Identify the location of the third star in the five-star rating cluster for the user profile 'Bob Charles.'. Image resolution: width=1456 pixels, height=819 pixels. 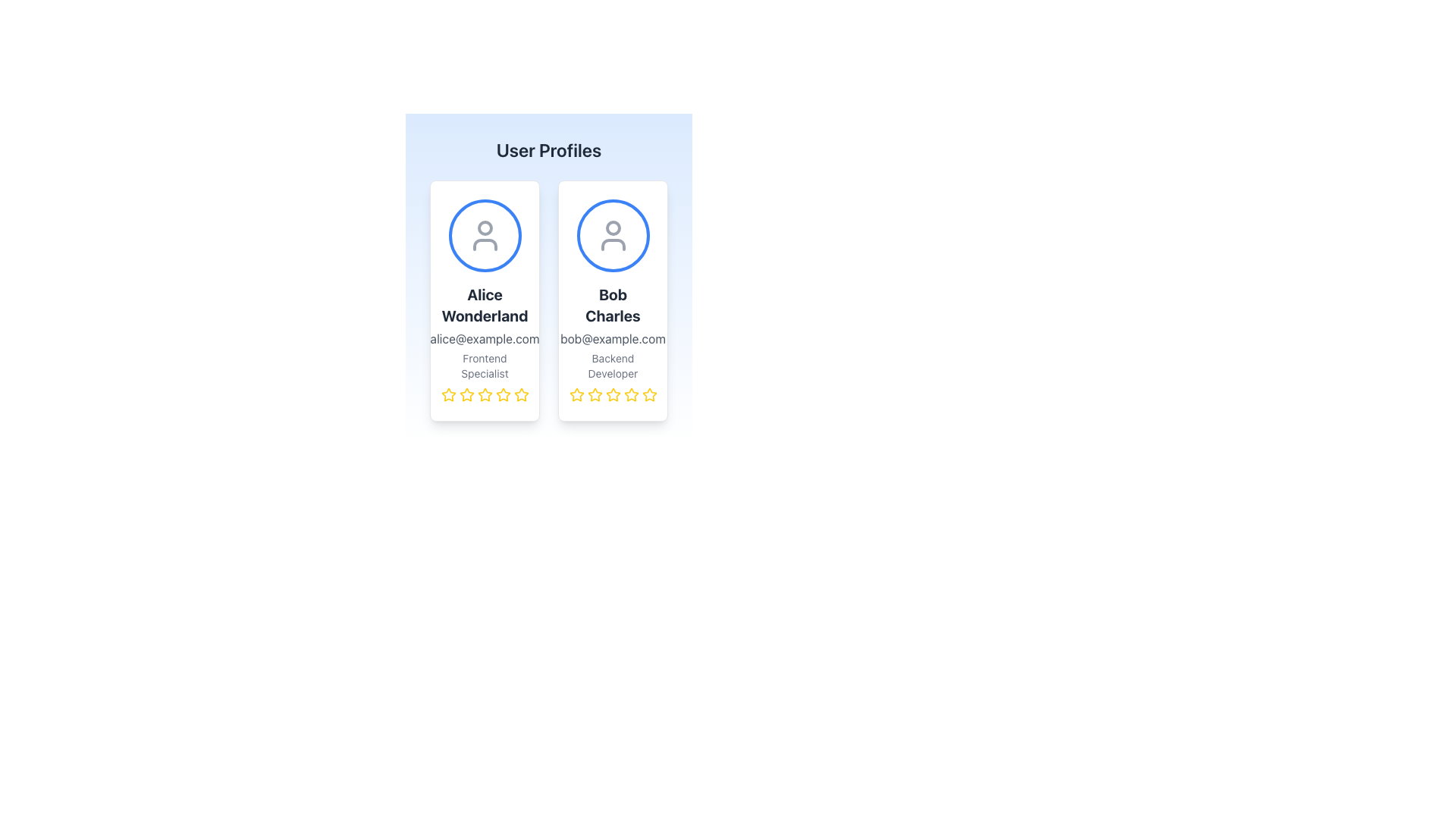
(613, 394).